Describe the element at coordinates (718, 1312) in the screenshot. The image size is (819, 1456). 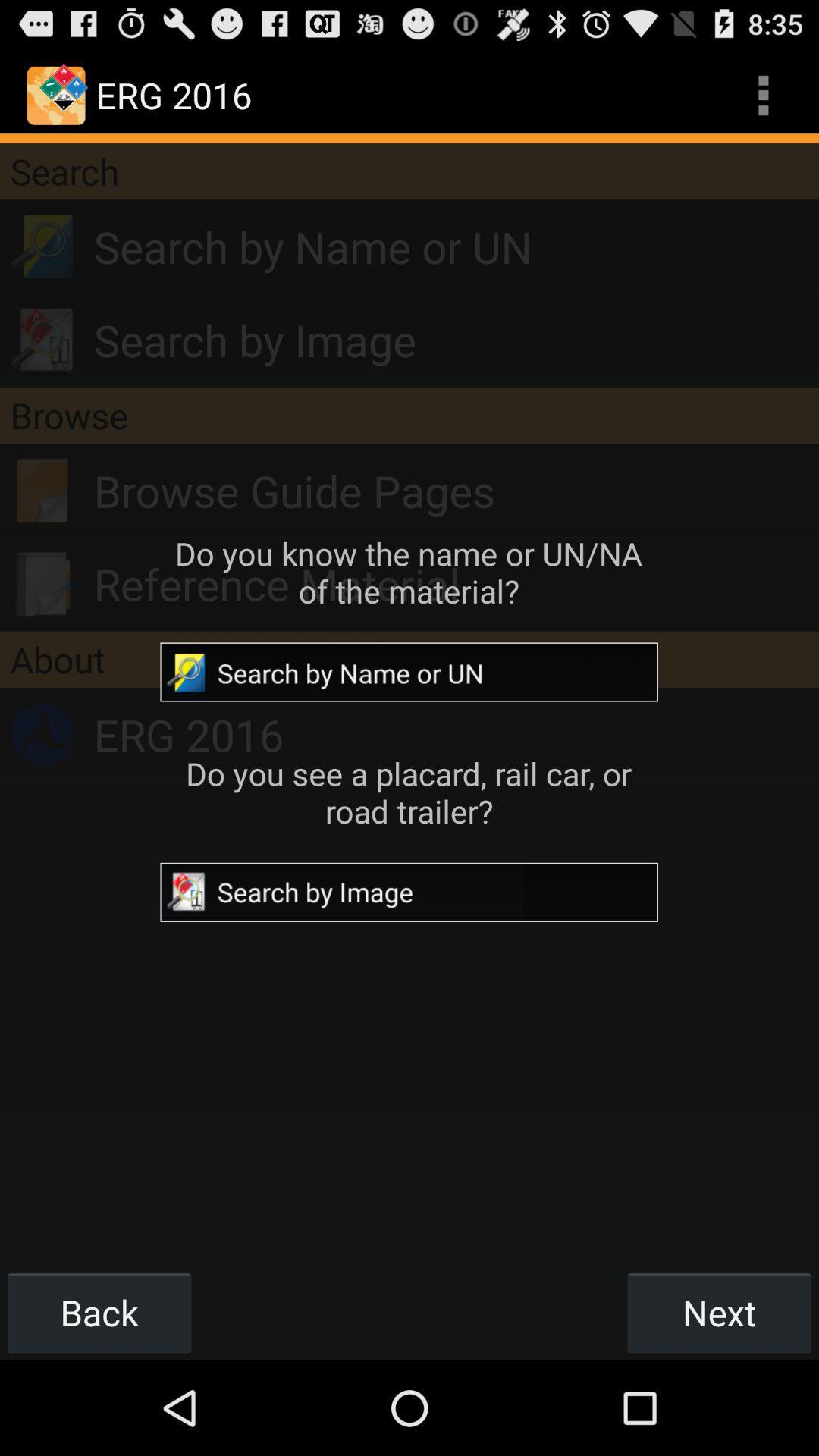
I see `icon at the bottom right corner` at that location.